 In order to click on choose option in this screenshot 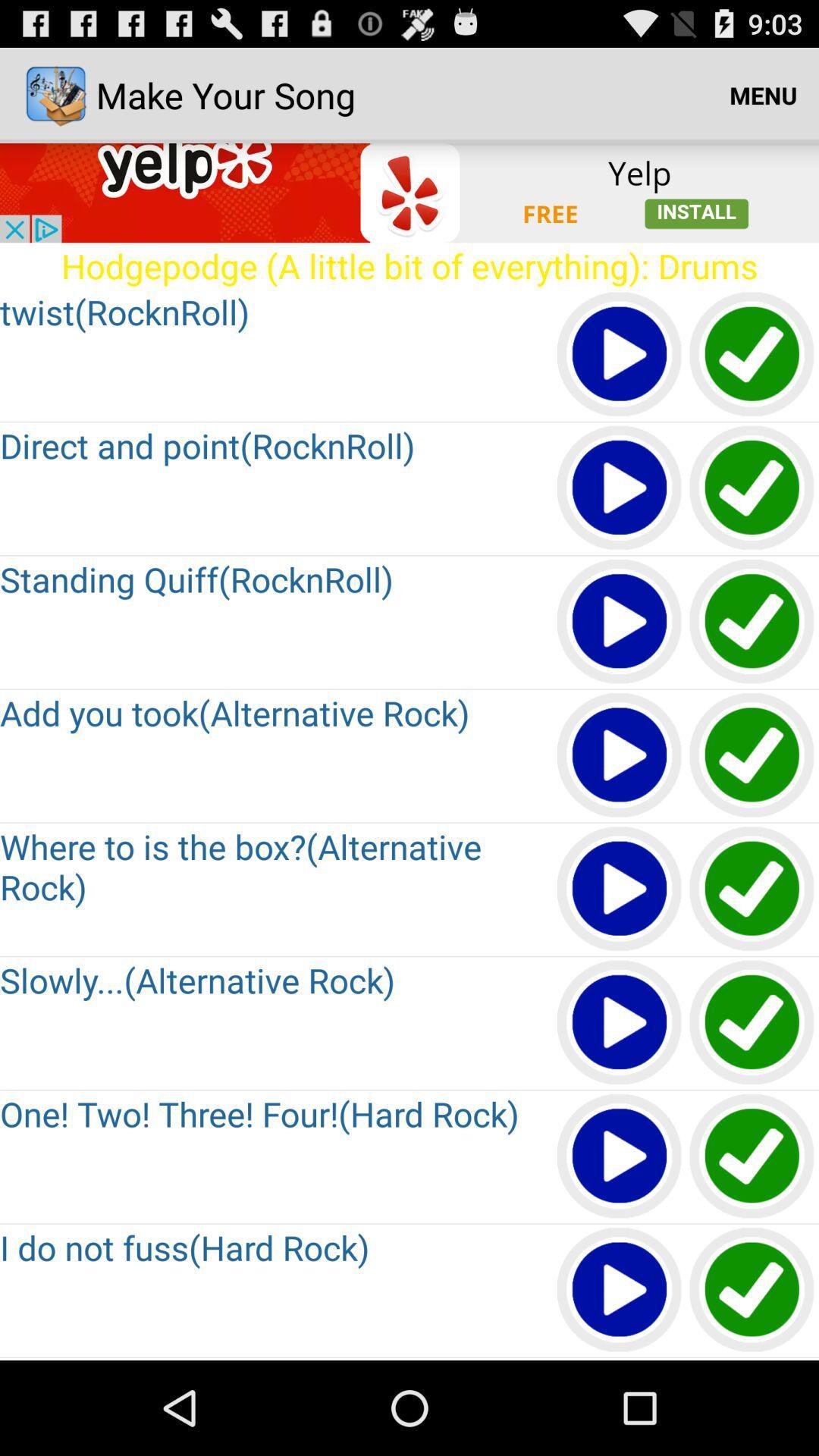, I will do `click(752, 488)`.